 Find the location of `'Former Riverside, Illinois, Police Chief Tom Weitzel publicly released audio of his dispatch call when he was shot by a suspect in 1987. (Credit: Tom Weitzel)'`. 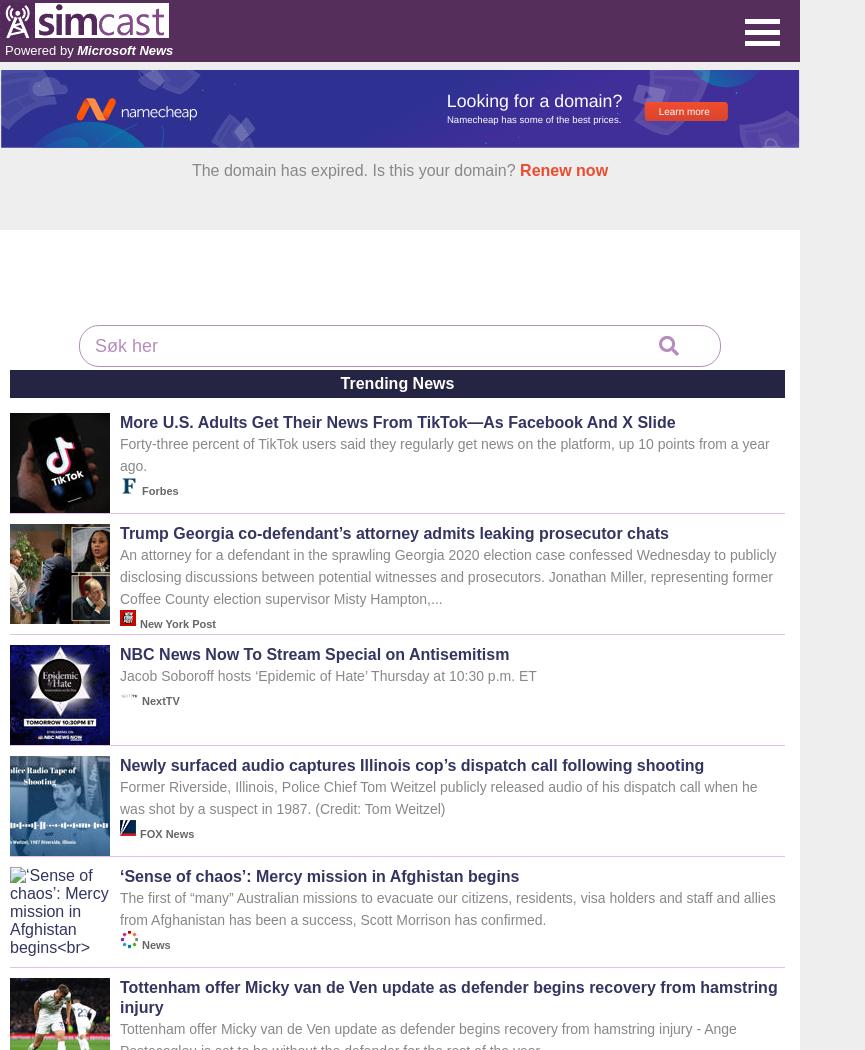

'Former Riverside, Illinois, Police Chief Tom Weitzel publicly released audio of his dispatch call when he was shot by a suspect in 1987. (Credit: Tom Weitzel)' is located at coordinates (119, 797).